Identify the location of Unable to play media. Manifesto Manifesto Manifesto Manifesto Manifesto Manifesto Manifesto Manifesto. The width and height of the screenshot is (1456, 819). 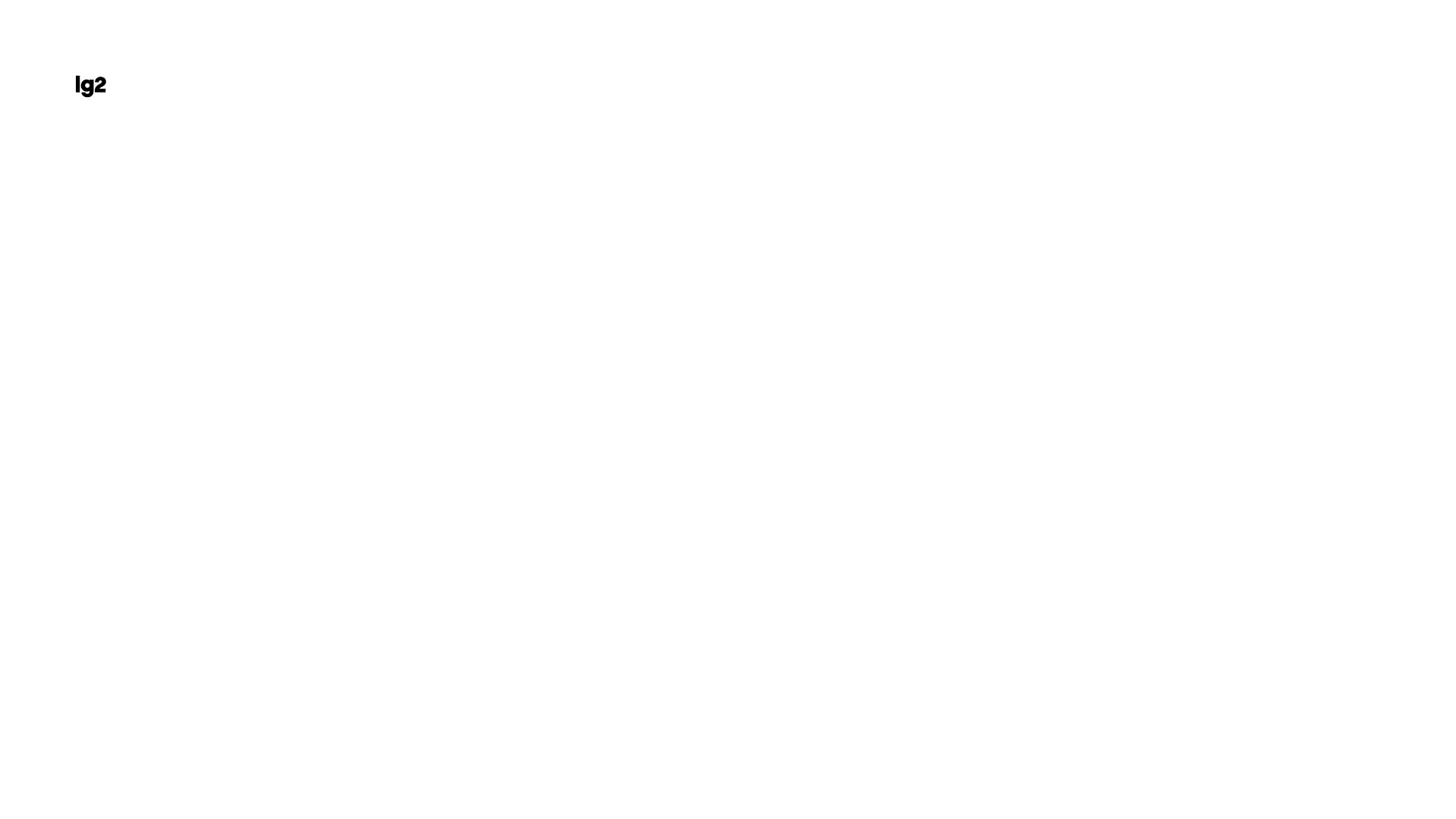
(144, 713).